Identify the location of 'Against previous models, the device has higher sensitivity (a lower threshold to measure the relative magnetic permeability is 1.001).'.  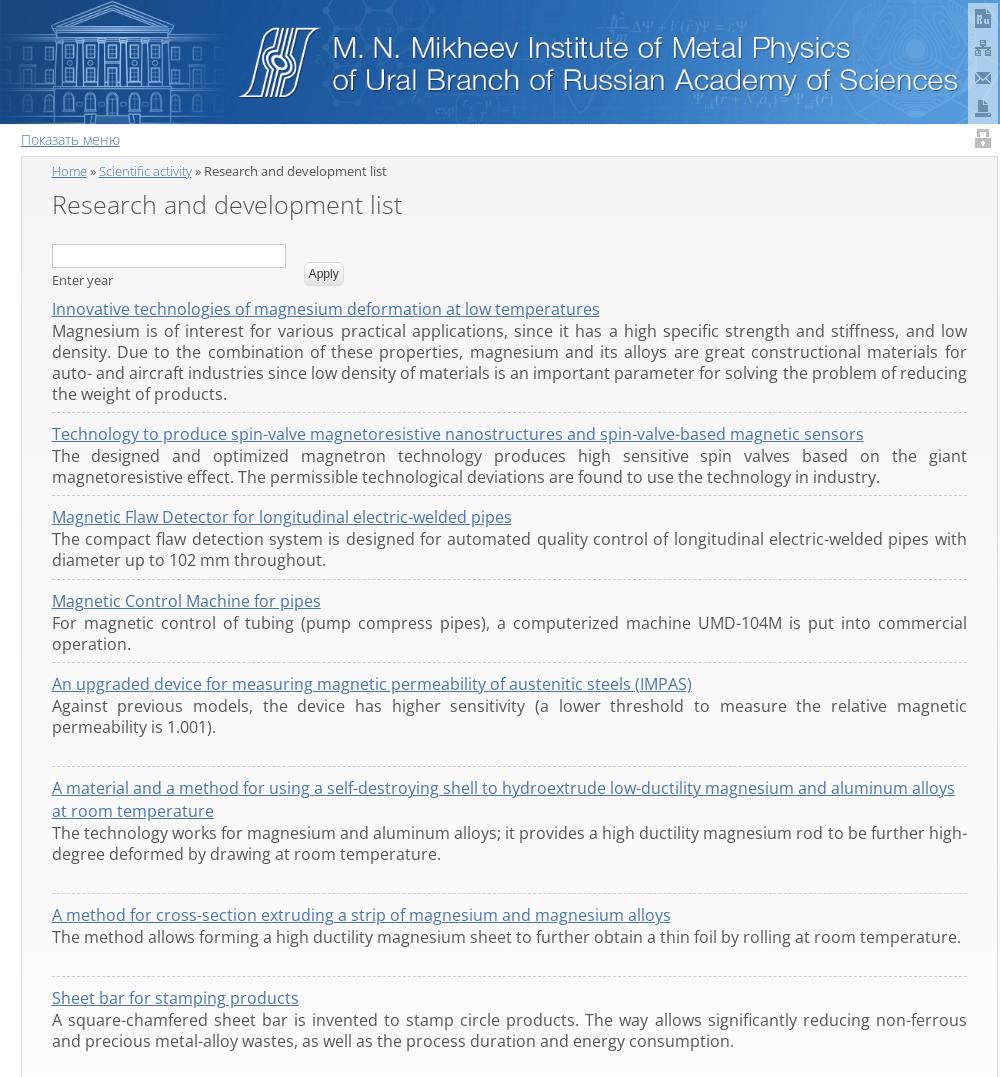
(508, 715).